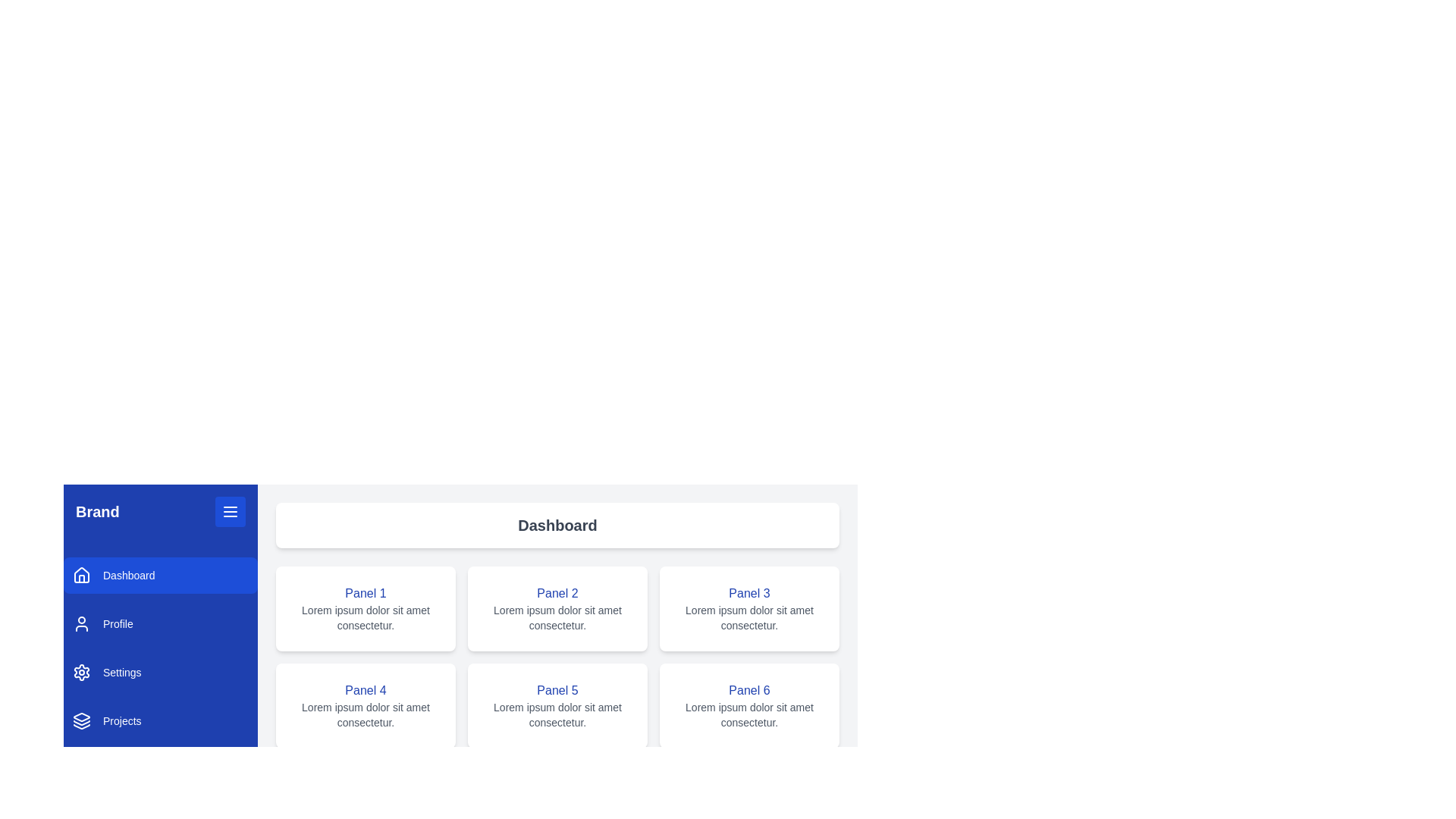  I want to click on information presented in the fourth panel of the 2-row grid layout, so click(366, 705).